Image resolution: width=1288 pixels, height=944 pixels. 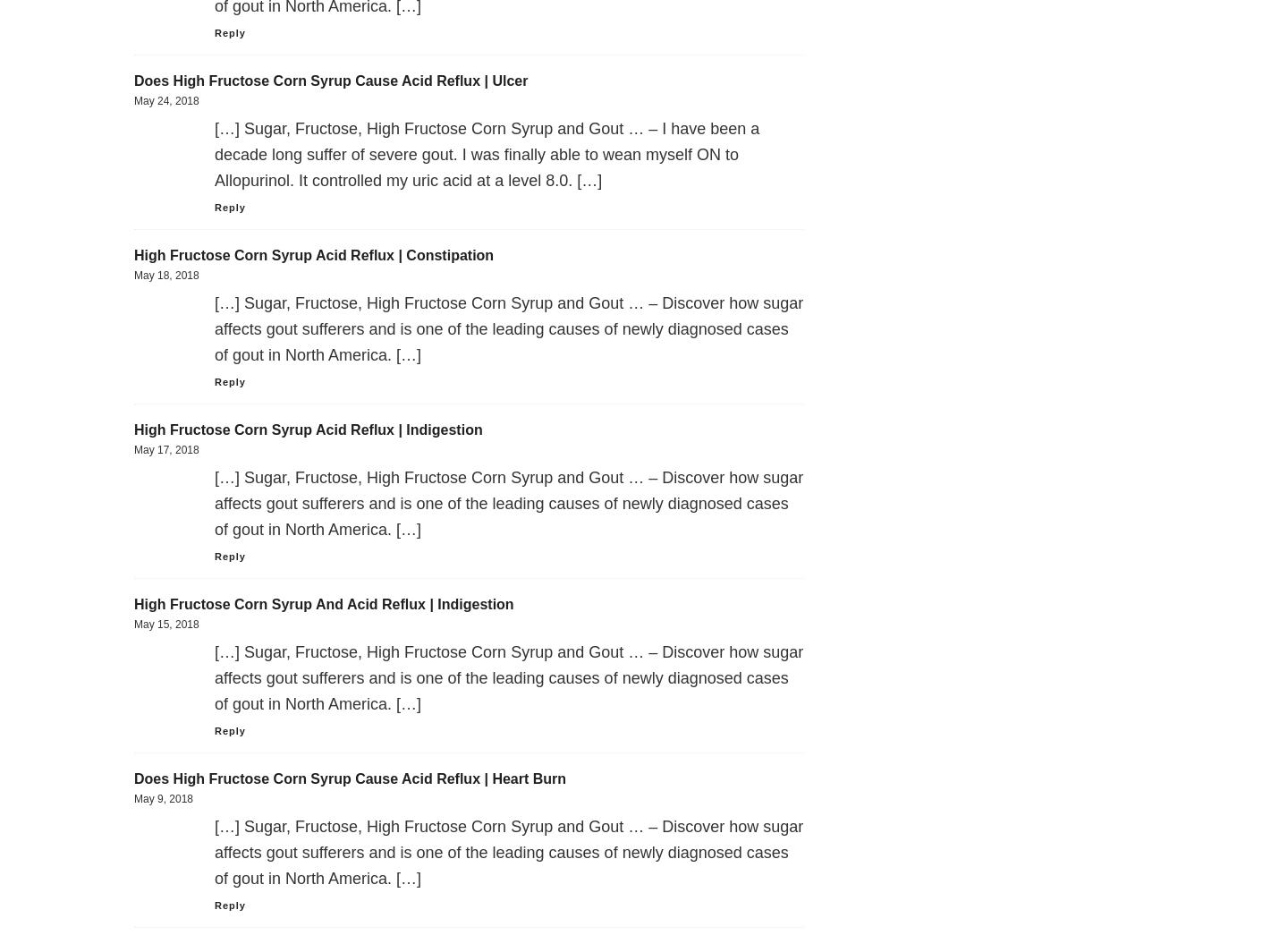 I want to click on 'High Fructose Corn Syrup And Acid Reflux | Indigestion', so click(x=133, y=603).